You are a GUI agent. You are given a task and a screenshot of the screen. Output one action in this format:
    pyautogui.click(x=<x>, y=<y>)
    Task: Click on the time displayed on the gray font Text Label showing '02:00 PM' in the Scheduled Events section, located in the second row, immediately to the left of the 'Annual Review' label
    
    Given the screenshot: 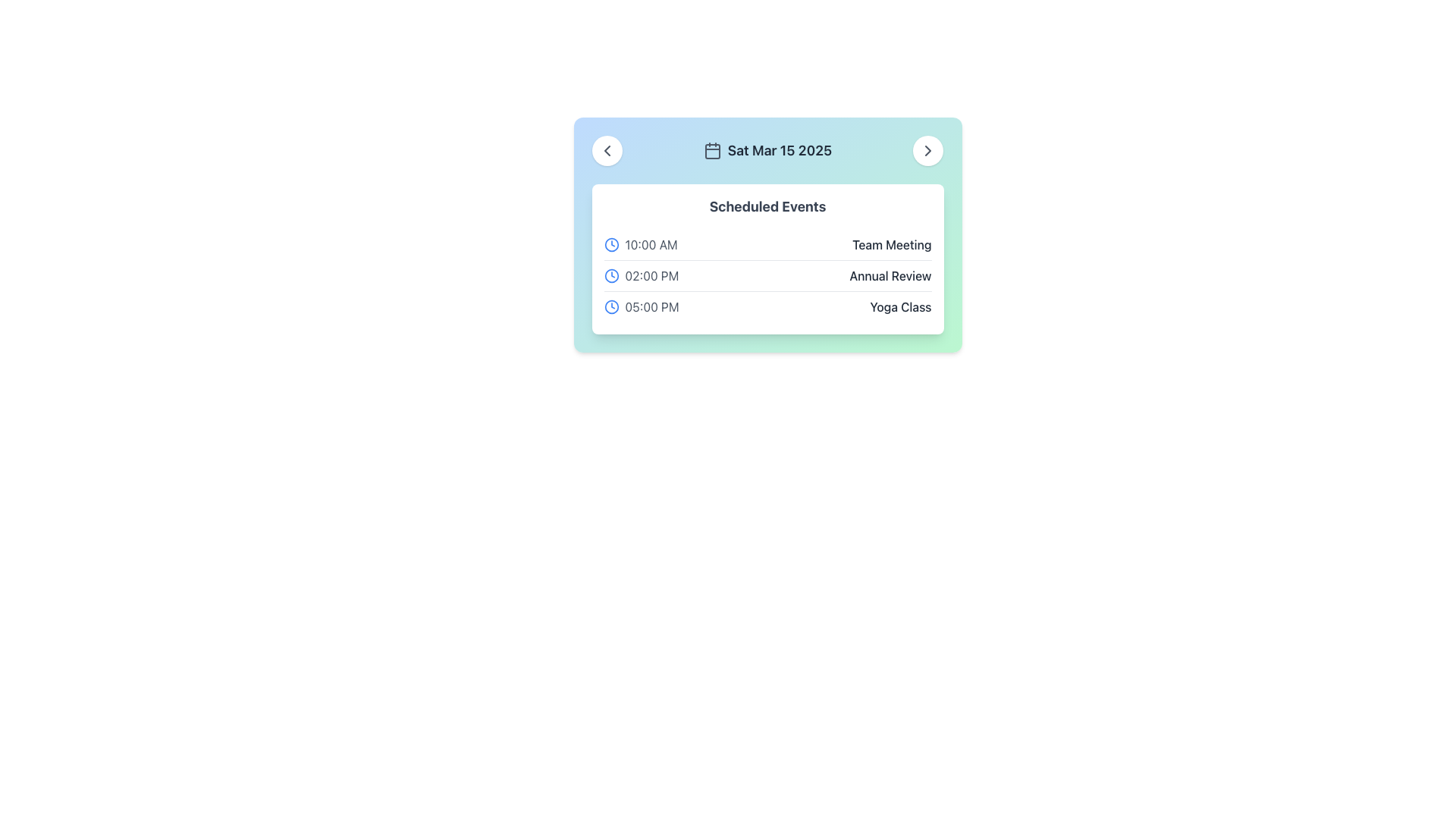 What is the action you would take?
    pyautogui.click(x=641, y=275)
    